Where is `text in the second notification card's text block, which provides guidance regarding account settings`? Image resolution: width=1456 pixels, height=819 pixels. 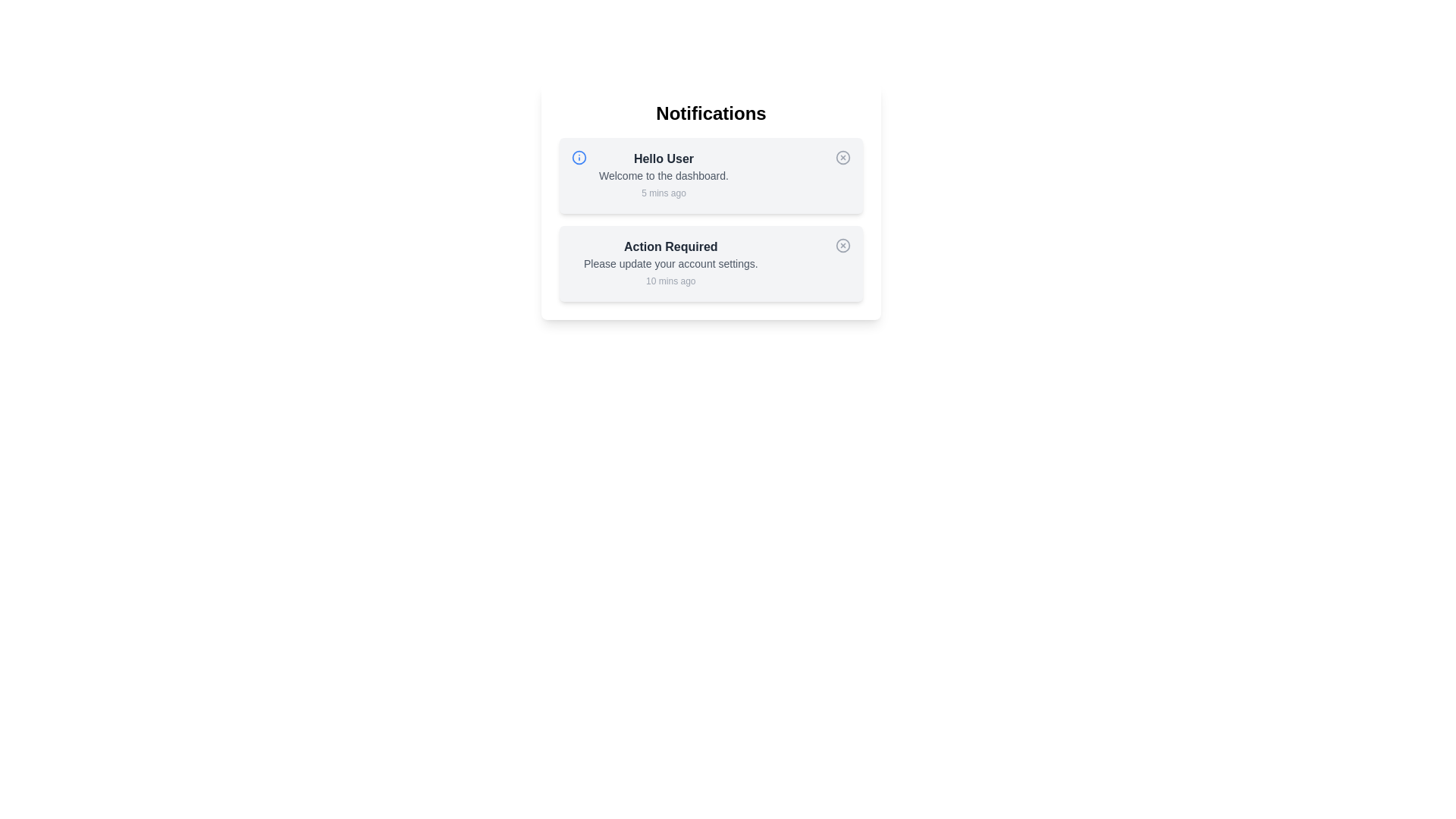 text in the second notification card's text block, which provides guidance regarding account settings is located at coordinates (670, 262).